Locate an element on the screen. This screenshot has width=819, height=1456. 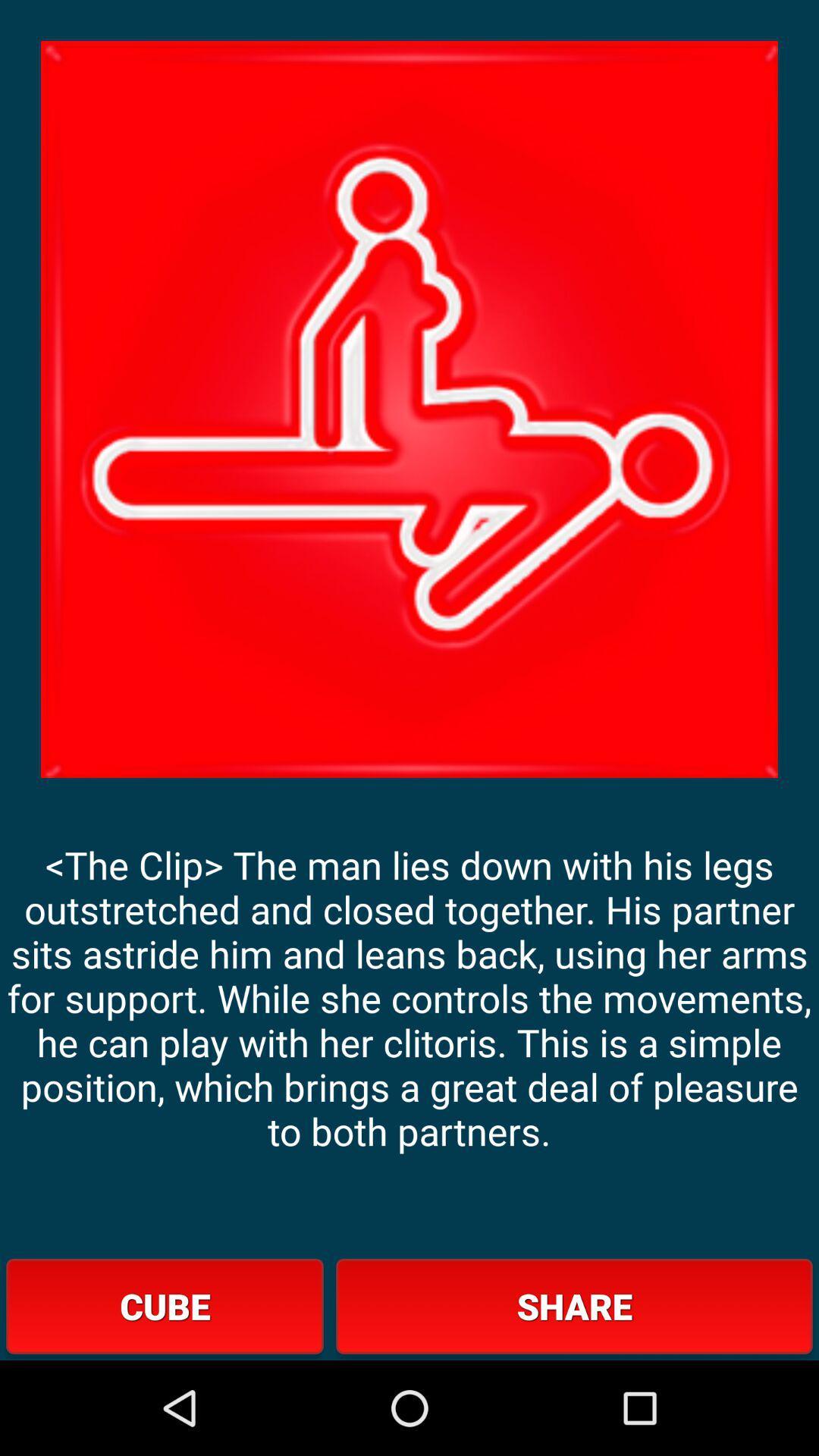
icon below the the clip the app is located at coordinates (165, 1305).